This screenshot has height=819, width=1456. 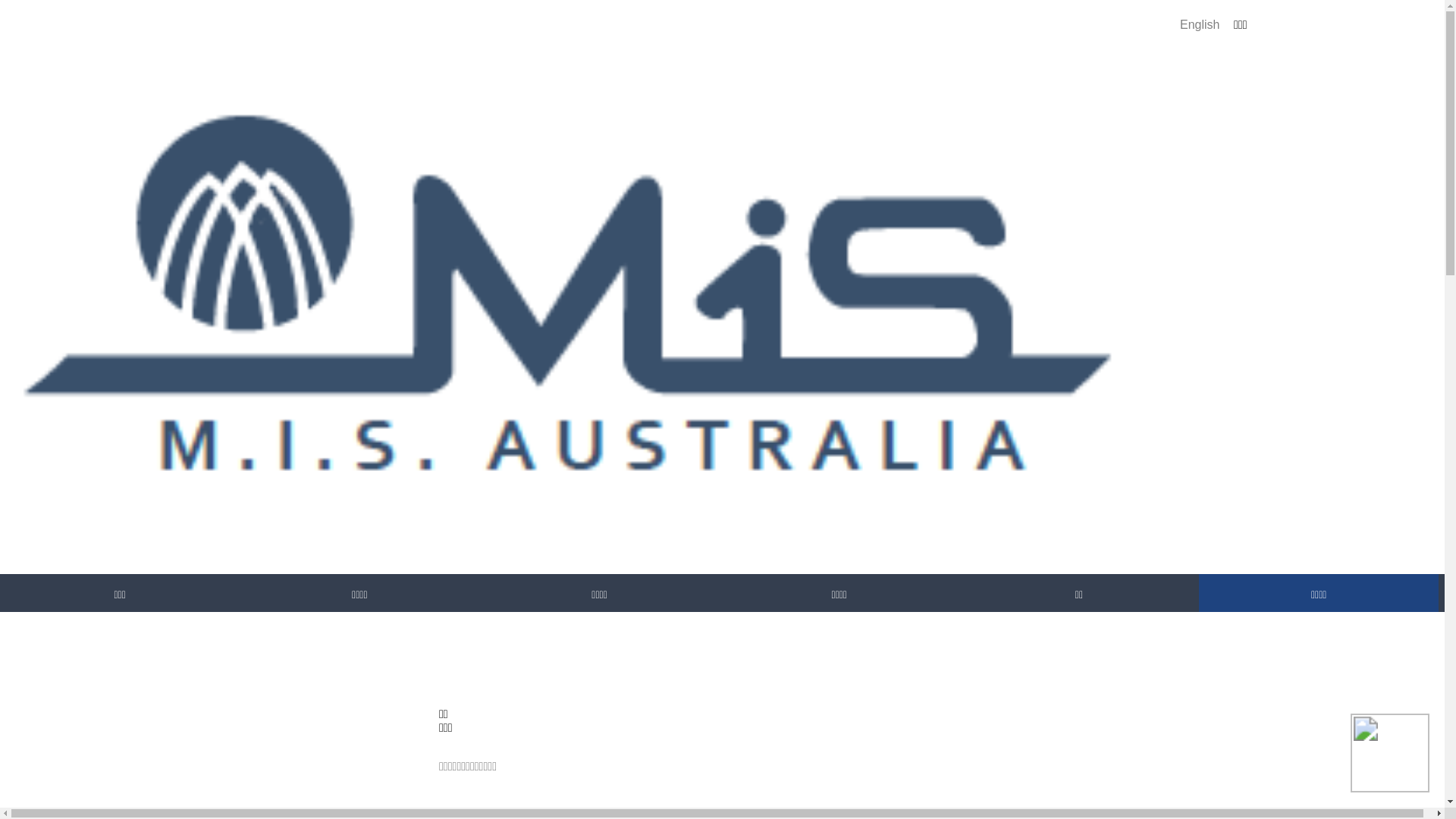 I want to click on 'English', so click(x=1199, y=24).